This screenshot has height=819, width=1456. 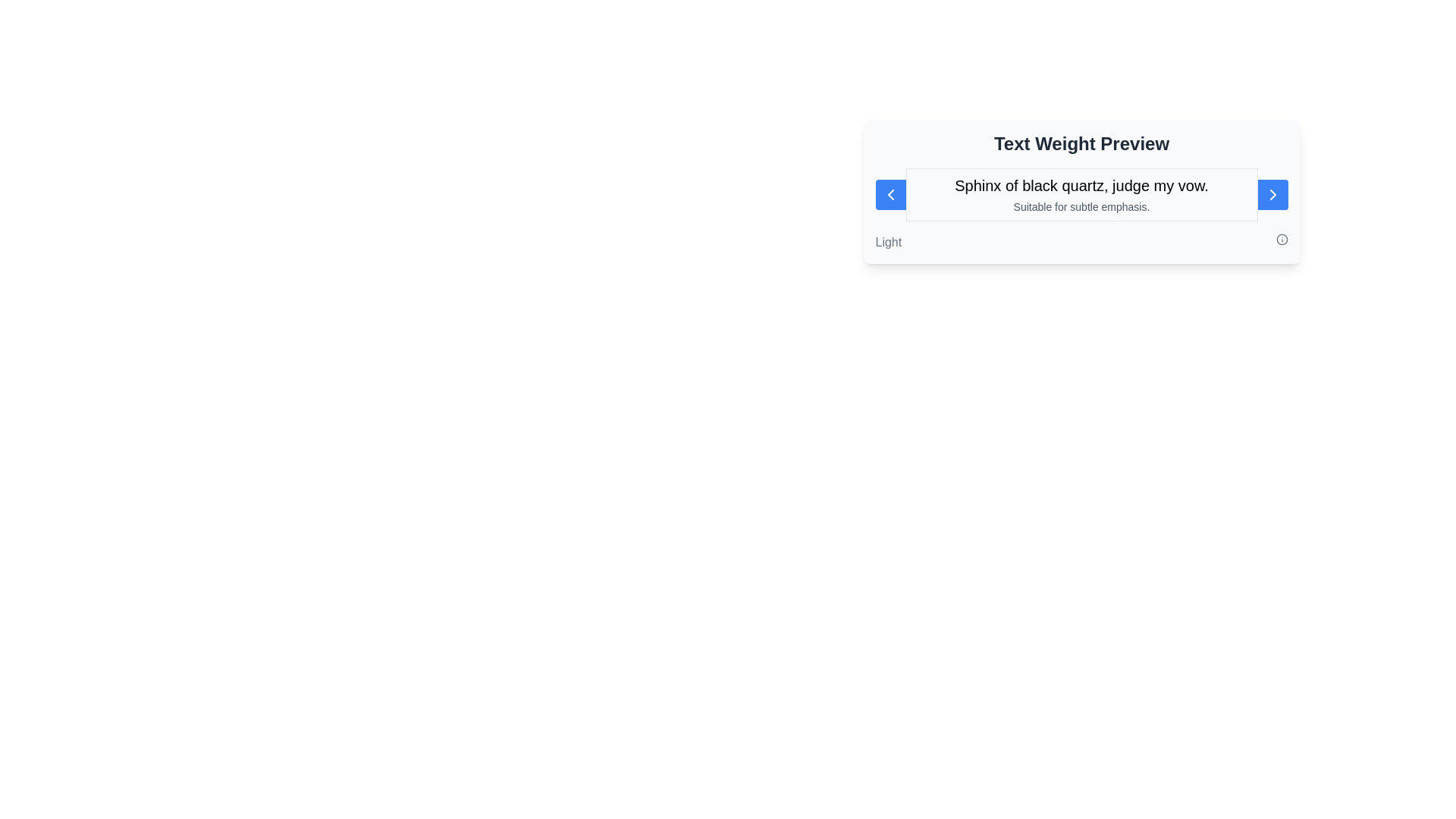 What do you see at coordinates (890, 194) in the screenshot?
I see `the left-facing chevron icon within the blue button located at the far left of the text display panel` at bounding box center [890, 194].